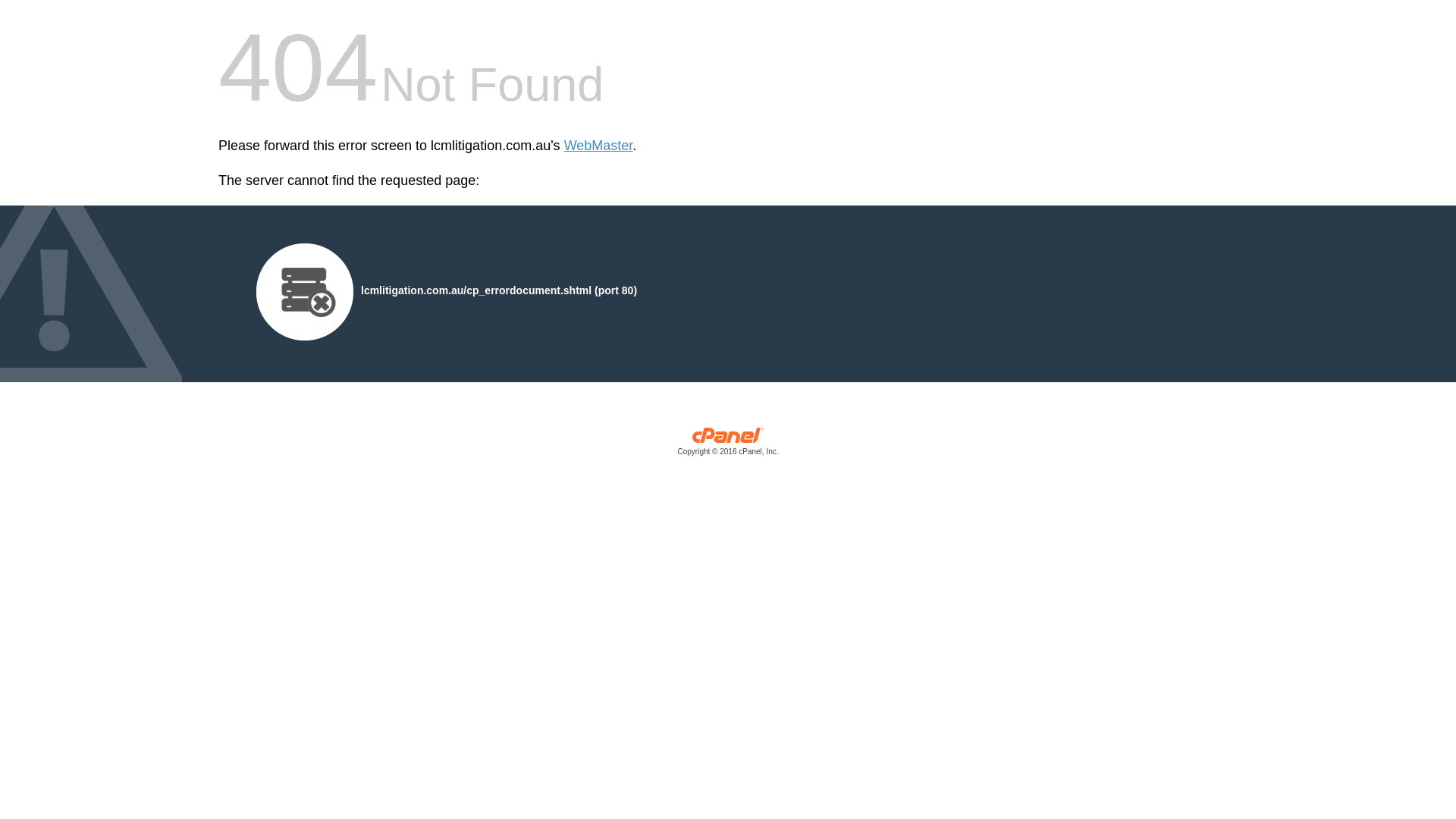 This screenshot has width=1456, height=819. What do you see at coordinates (563, 146) in the screenshot?
I see `'WebMaster'` at bounding box center [563, 146].